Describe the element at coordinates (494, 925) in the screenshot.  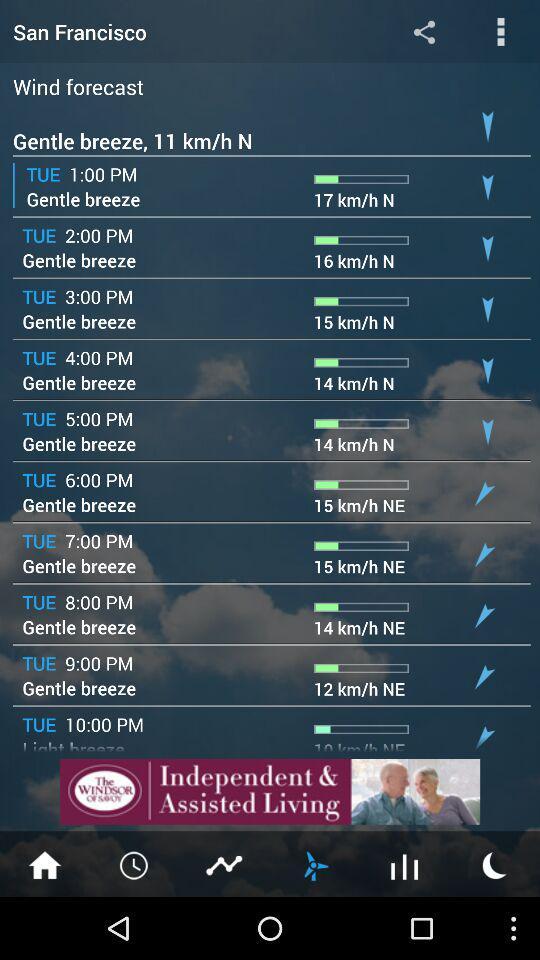
I see `the weather icon` at that location.